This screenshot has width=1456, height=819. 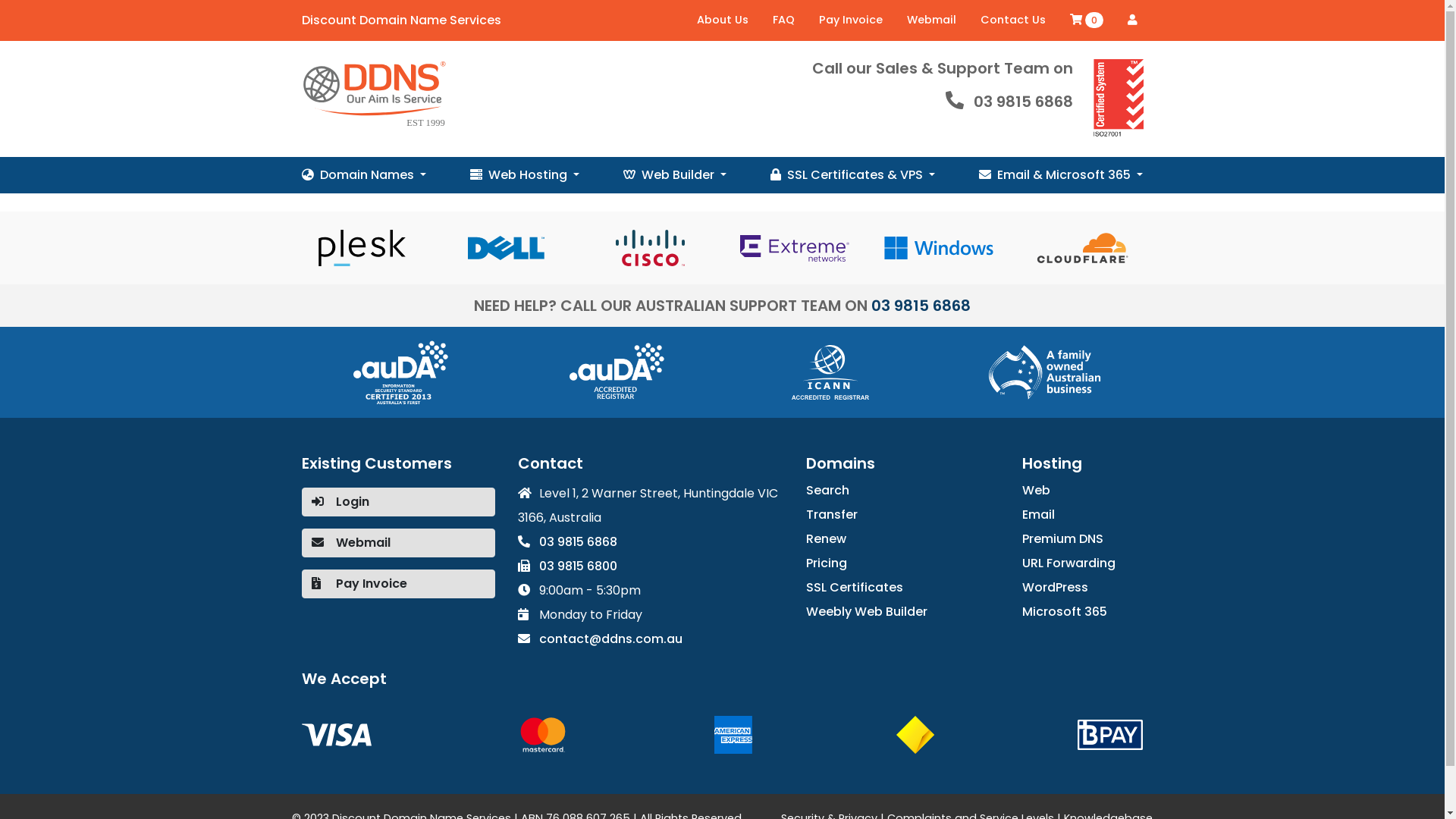 I want to click on 'Search', so click(x=902, y=491).